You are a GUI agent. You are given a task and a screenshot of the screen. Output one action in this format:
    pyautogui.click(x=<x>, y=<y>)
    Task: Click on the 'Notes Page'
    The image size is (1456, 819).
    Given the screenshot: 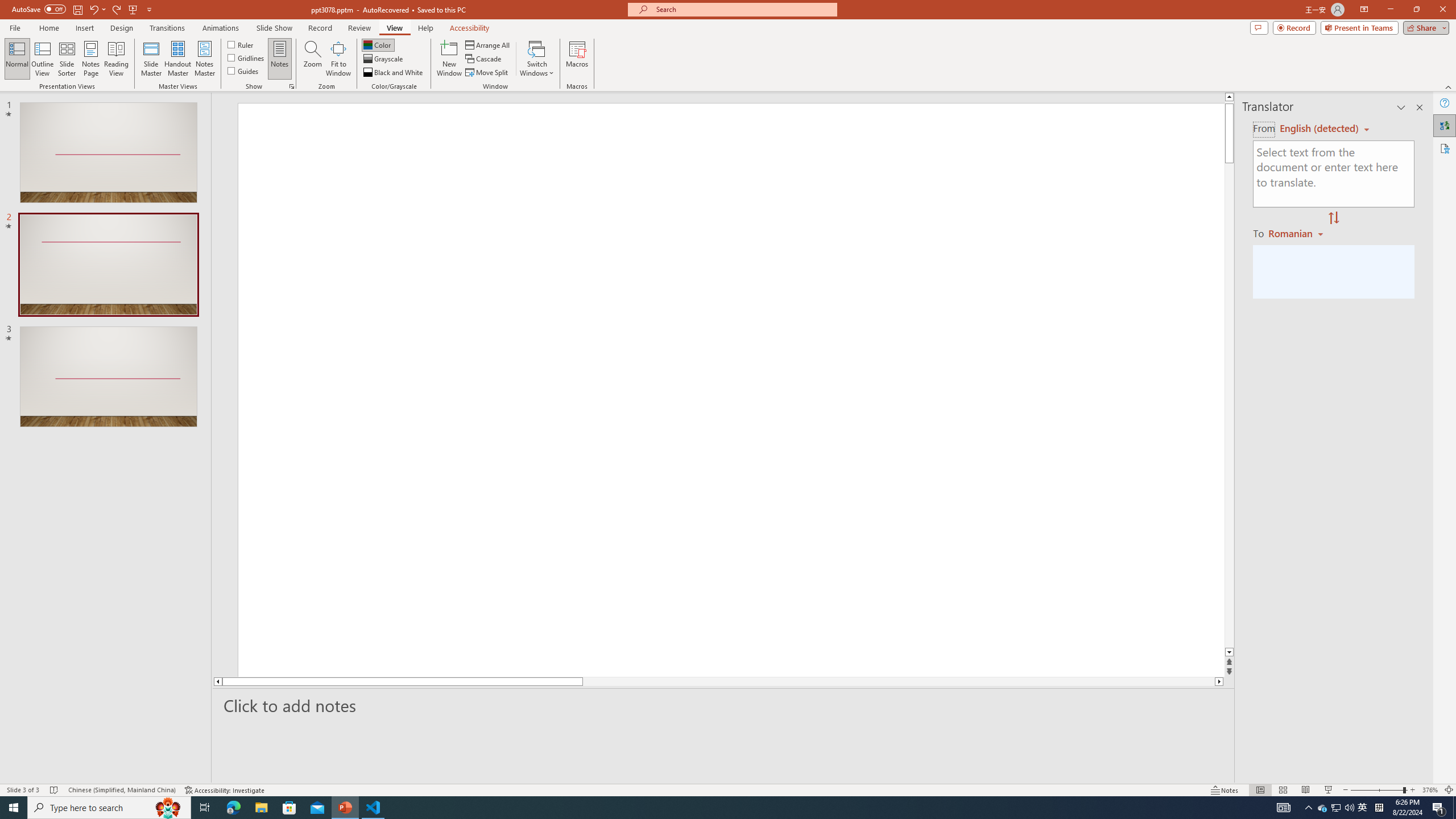 What is the action you would take?
    pyautogui.click(x=90, y=59)
    